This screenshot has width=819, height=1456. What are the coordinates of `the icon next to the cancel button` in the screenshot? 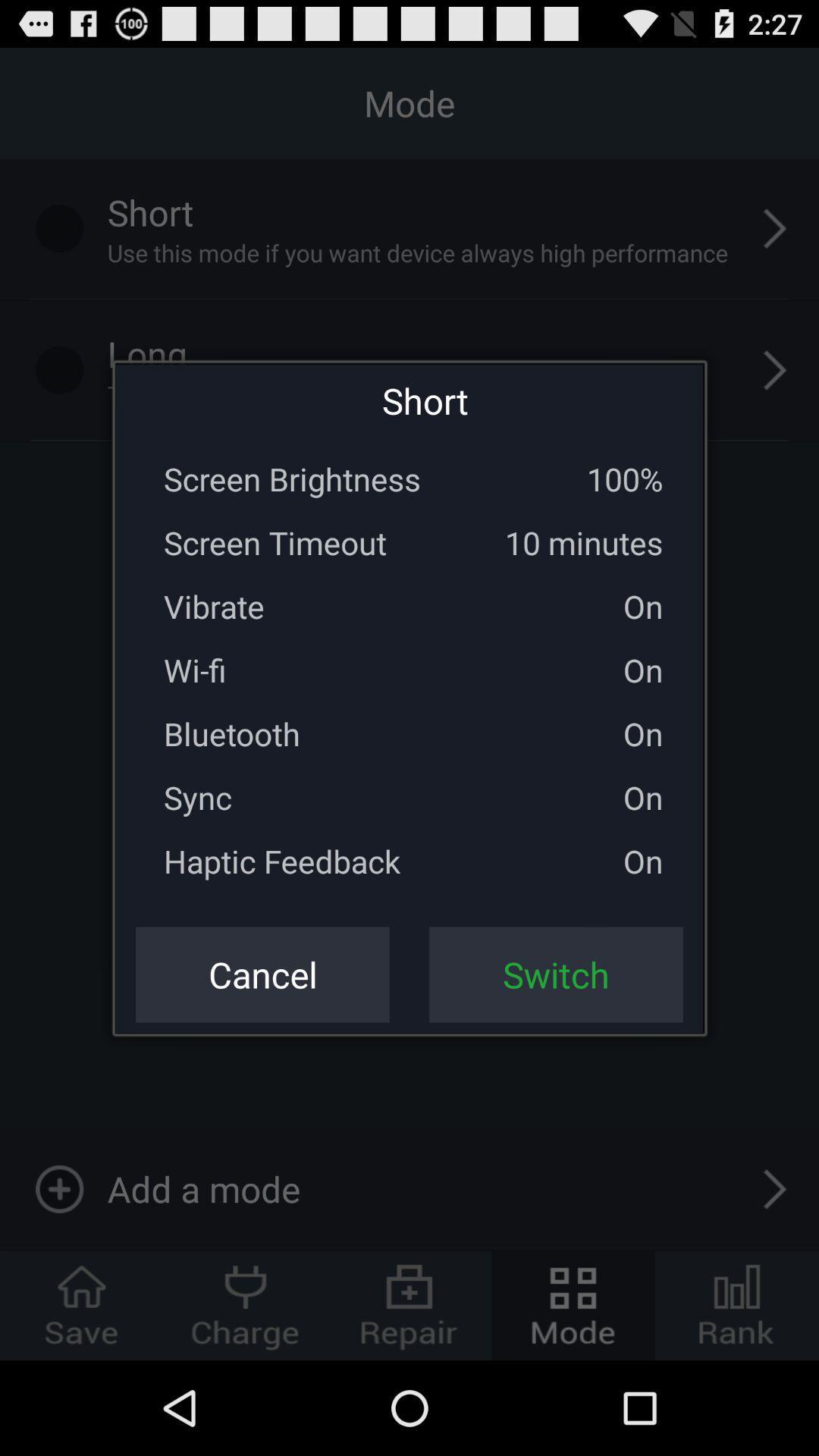 It's located at (556, 974).